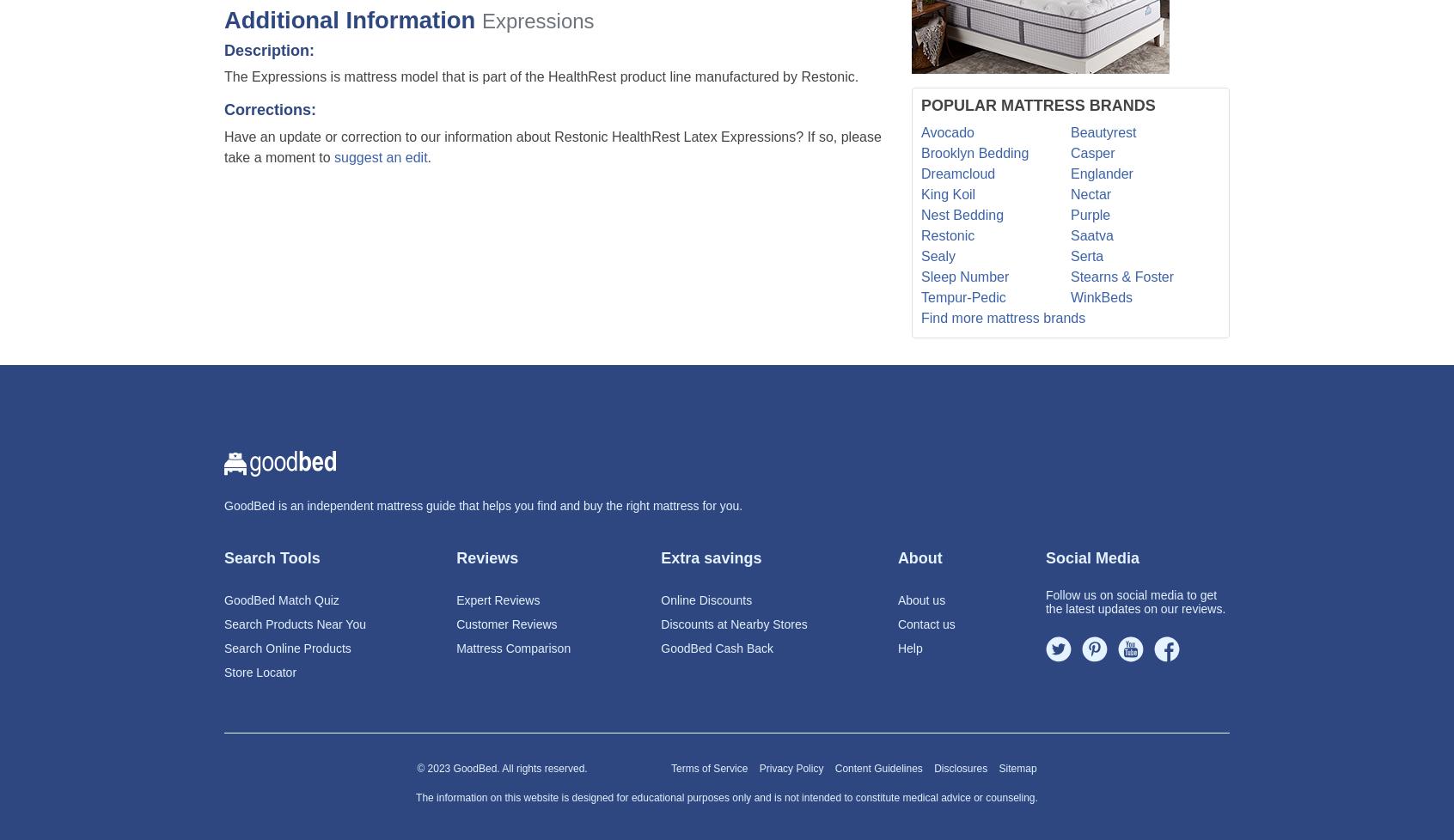  I want to click on 'Contact us', so click(926, 623).